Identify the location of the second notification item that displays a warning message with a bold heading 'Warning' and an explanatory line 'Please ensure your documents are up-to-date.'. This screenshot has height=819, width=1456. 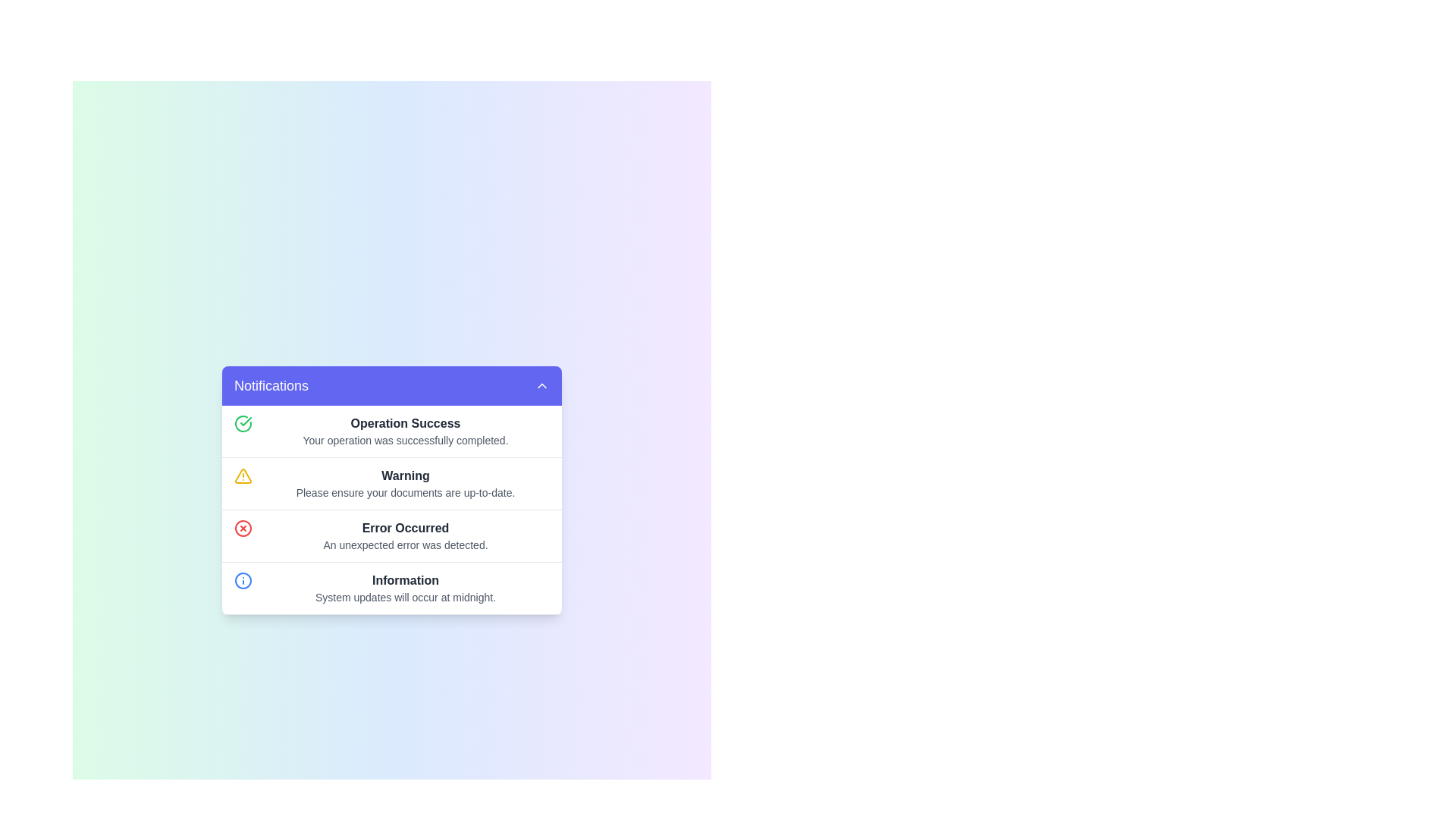
(392, 484).